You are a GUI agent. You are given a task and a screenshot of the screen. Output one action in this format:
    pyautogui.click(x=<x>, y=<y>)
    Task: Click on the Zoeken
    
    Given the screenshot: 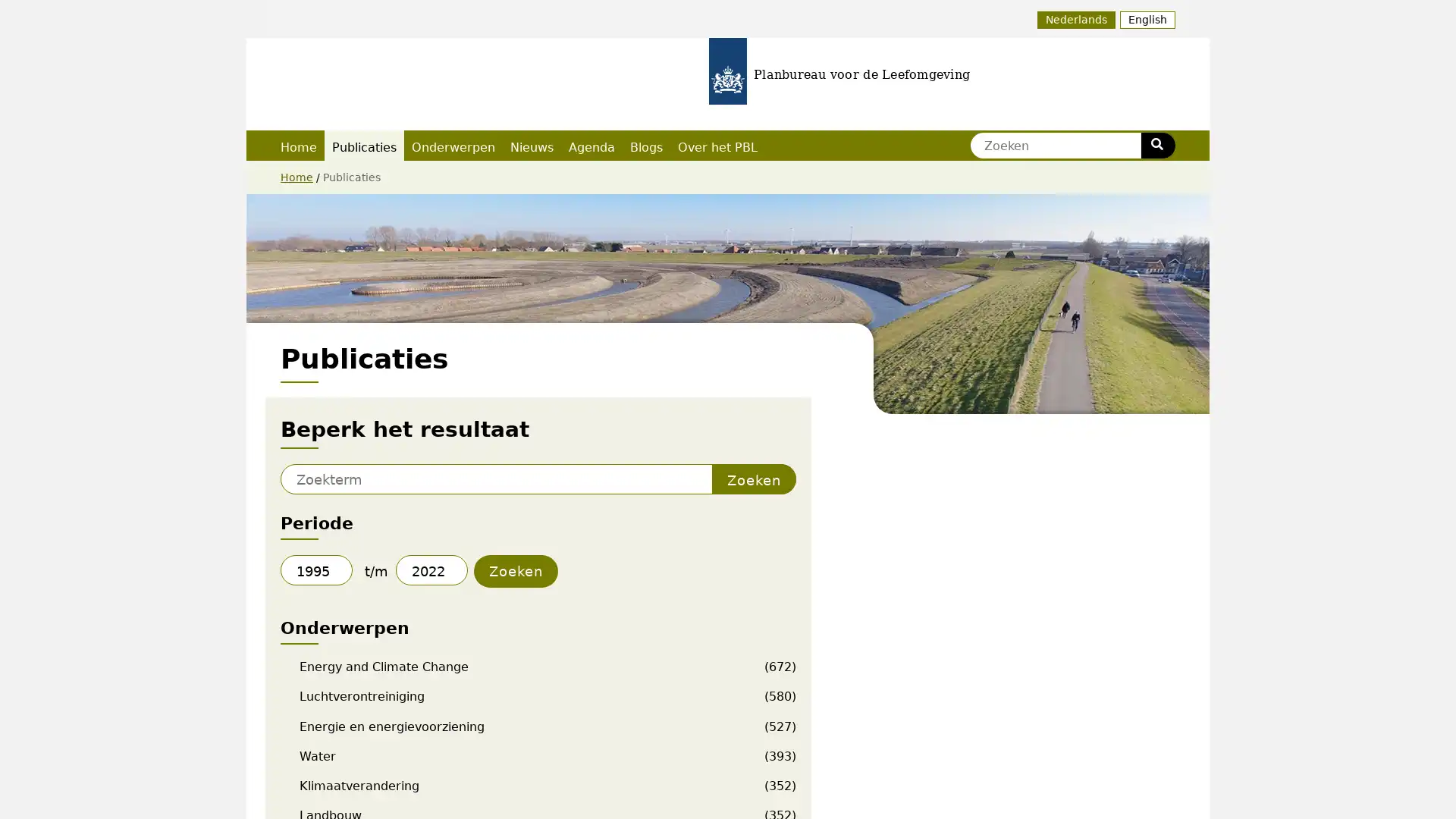 What is the action you would take?
    pyautogui.click(x=516, y=571)
    